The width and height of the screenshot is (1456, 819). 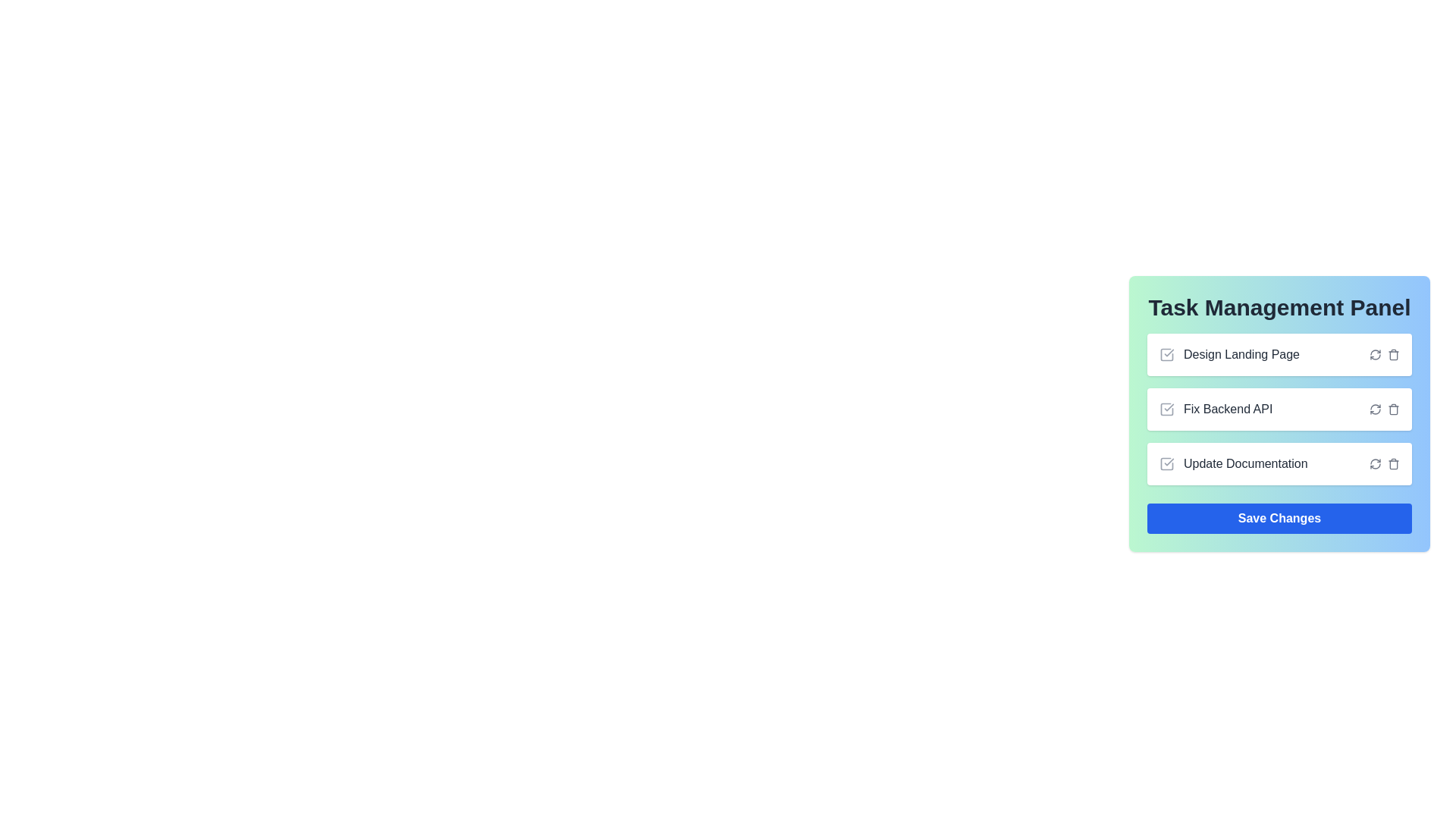 I want to click on the refresh button with a circular reload icon located to the right of the 'Fix Backend API' task description to initiate the reload action, so click(x=1376, y=409).